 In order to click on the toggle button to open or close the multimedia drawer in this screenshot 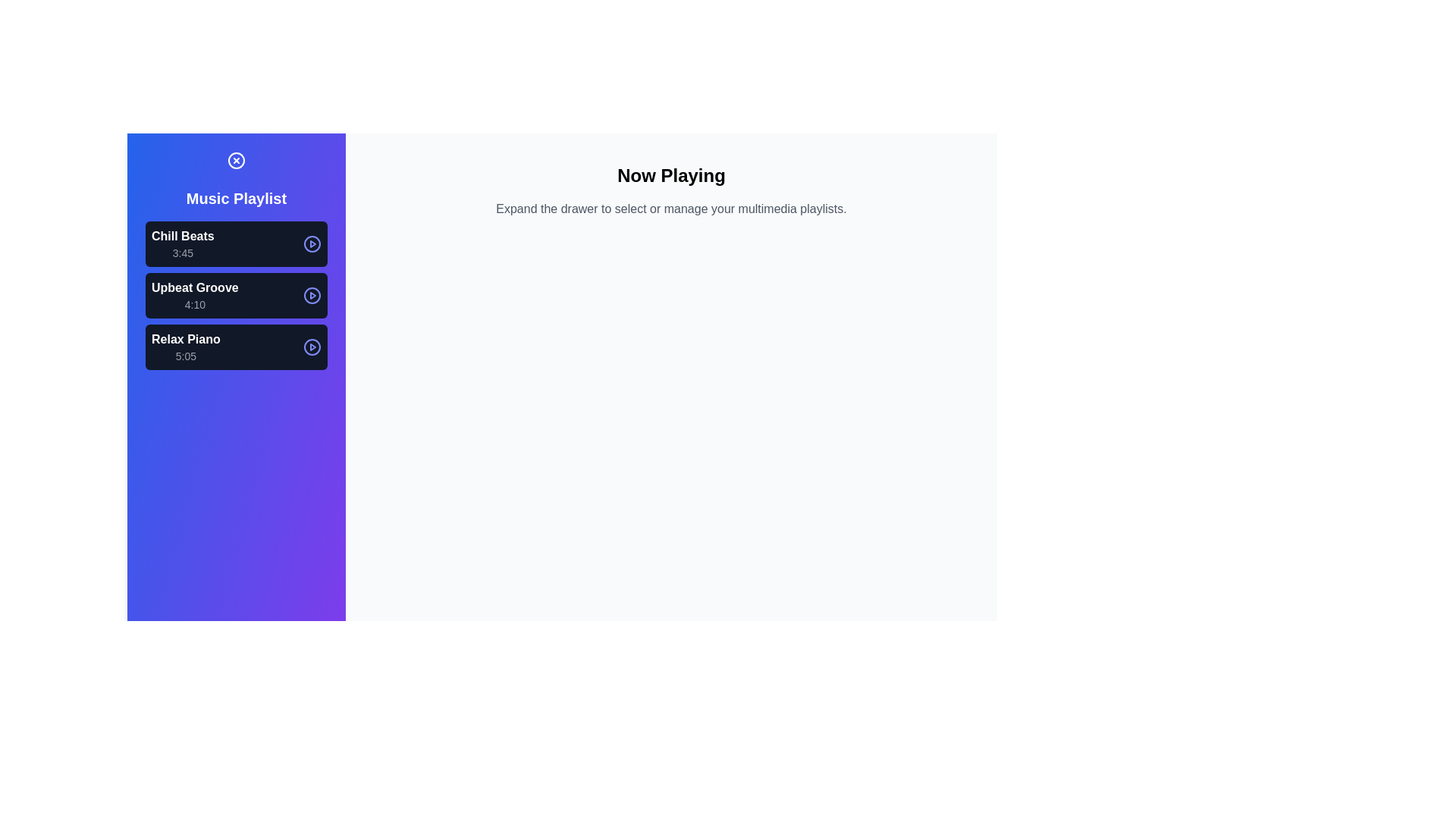, I will do `click(236, 161)`.